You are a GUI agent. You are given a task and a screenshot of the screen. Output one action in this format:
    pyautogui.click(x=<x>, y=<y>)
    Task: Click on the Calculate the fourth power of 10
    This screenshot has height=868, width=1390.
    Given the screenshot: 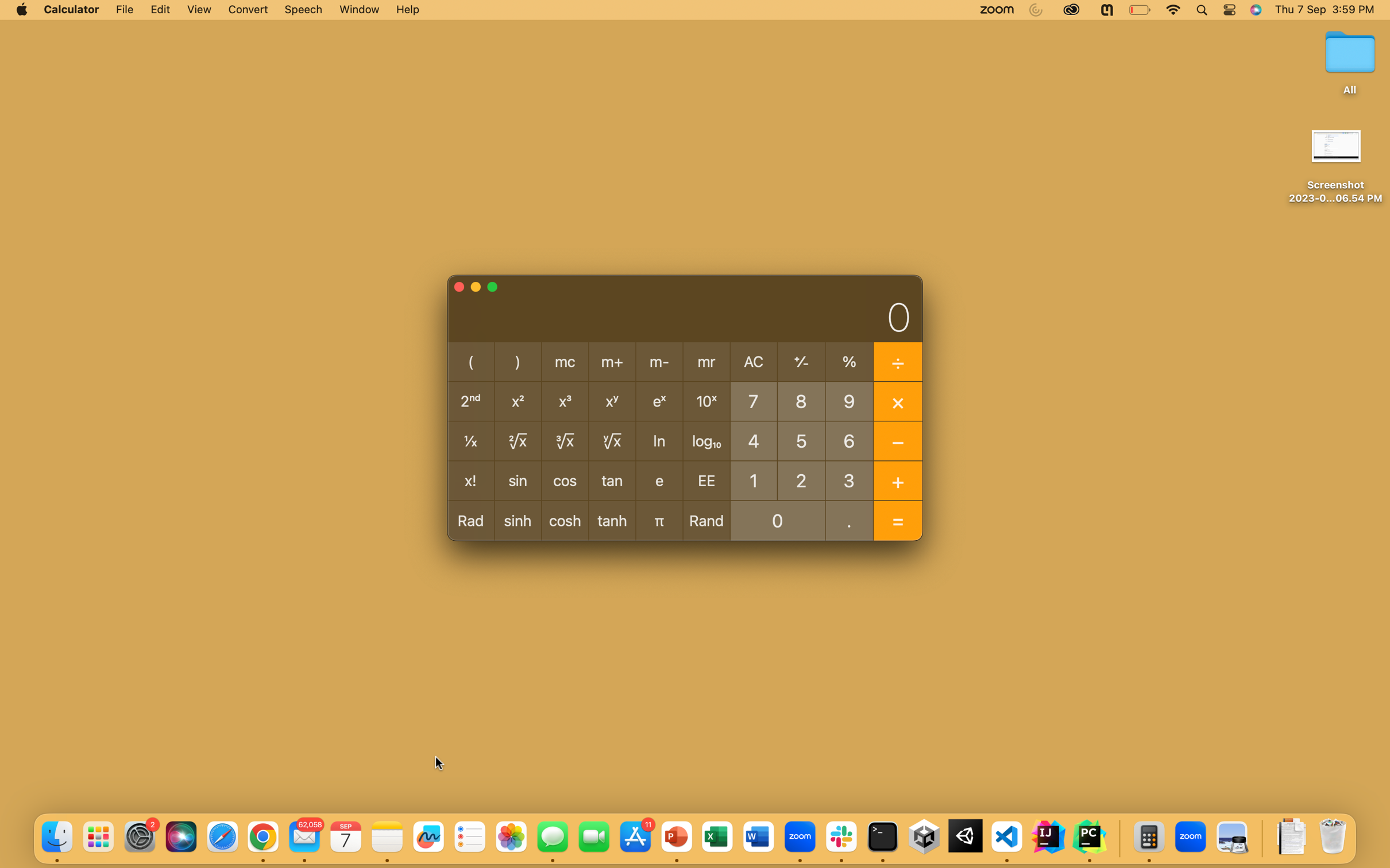 What is the action you would take?
    pyautogui.click(x=752, y=440)
    